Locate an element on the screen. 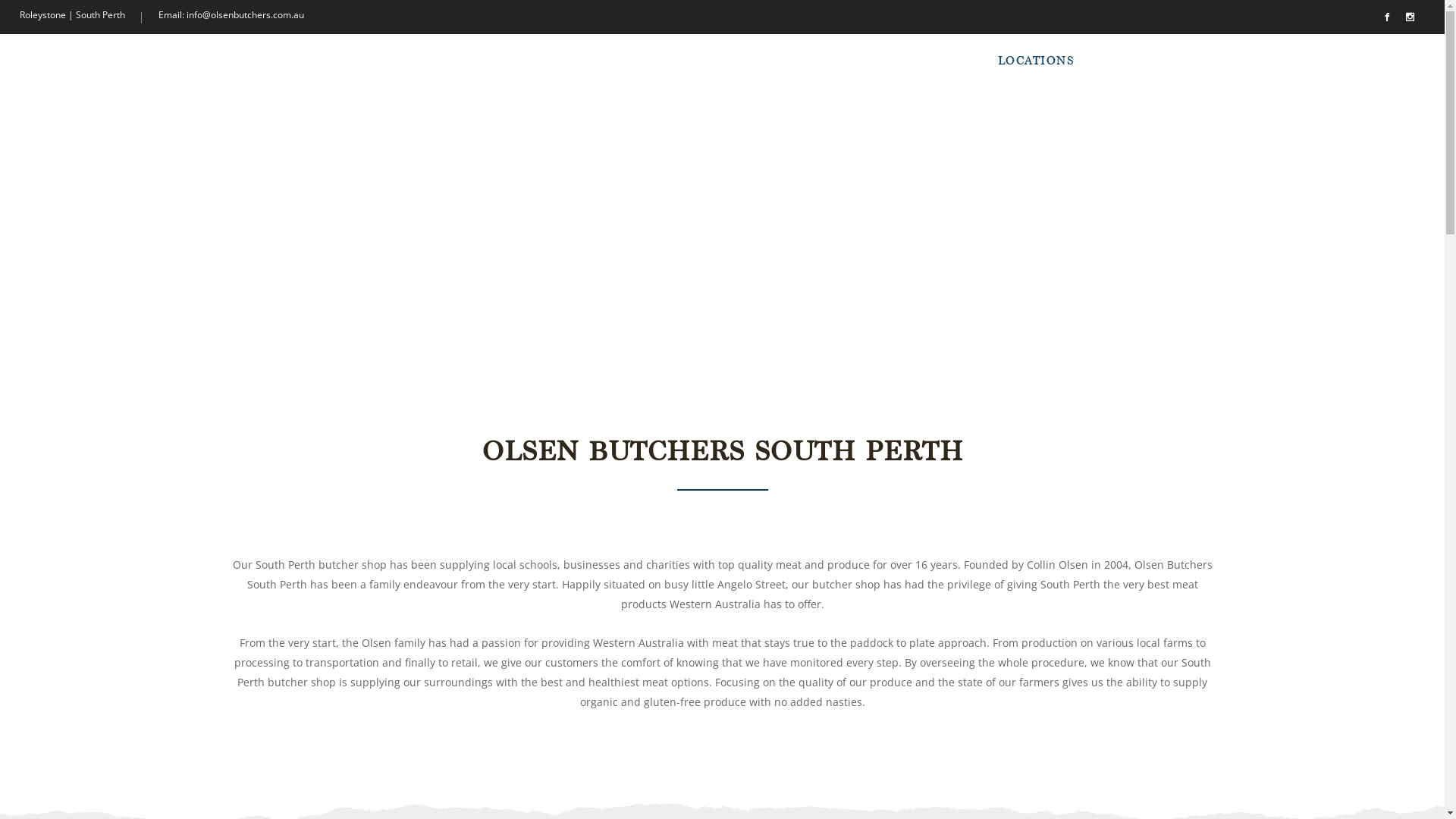  'CONTACT US' is located at coordinates (1331, 59).